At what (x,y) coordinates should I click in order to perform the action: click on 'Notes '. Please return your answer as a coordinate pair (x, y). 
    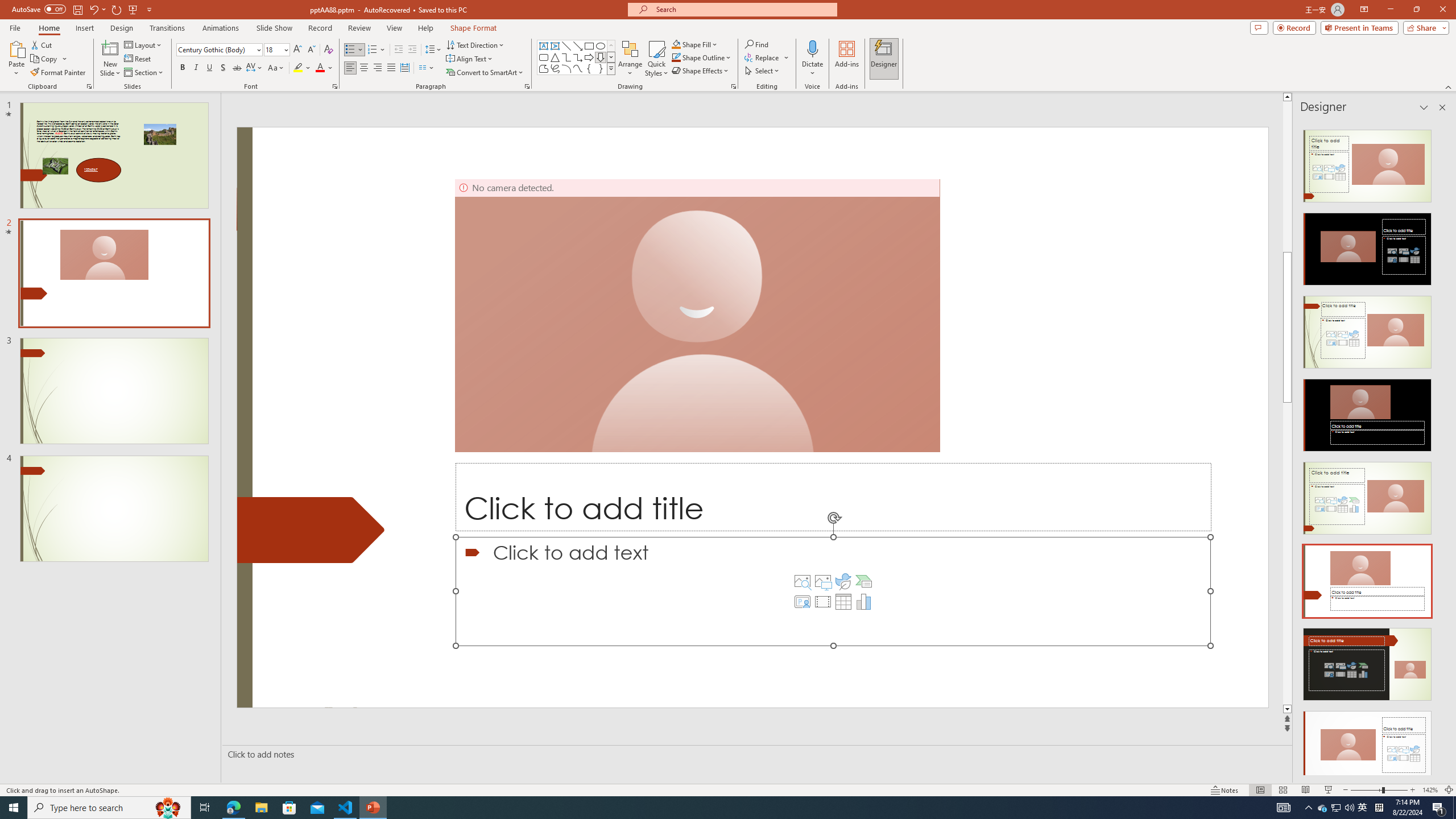
    Looking at the image, I should click on (1225, 790).